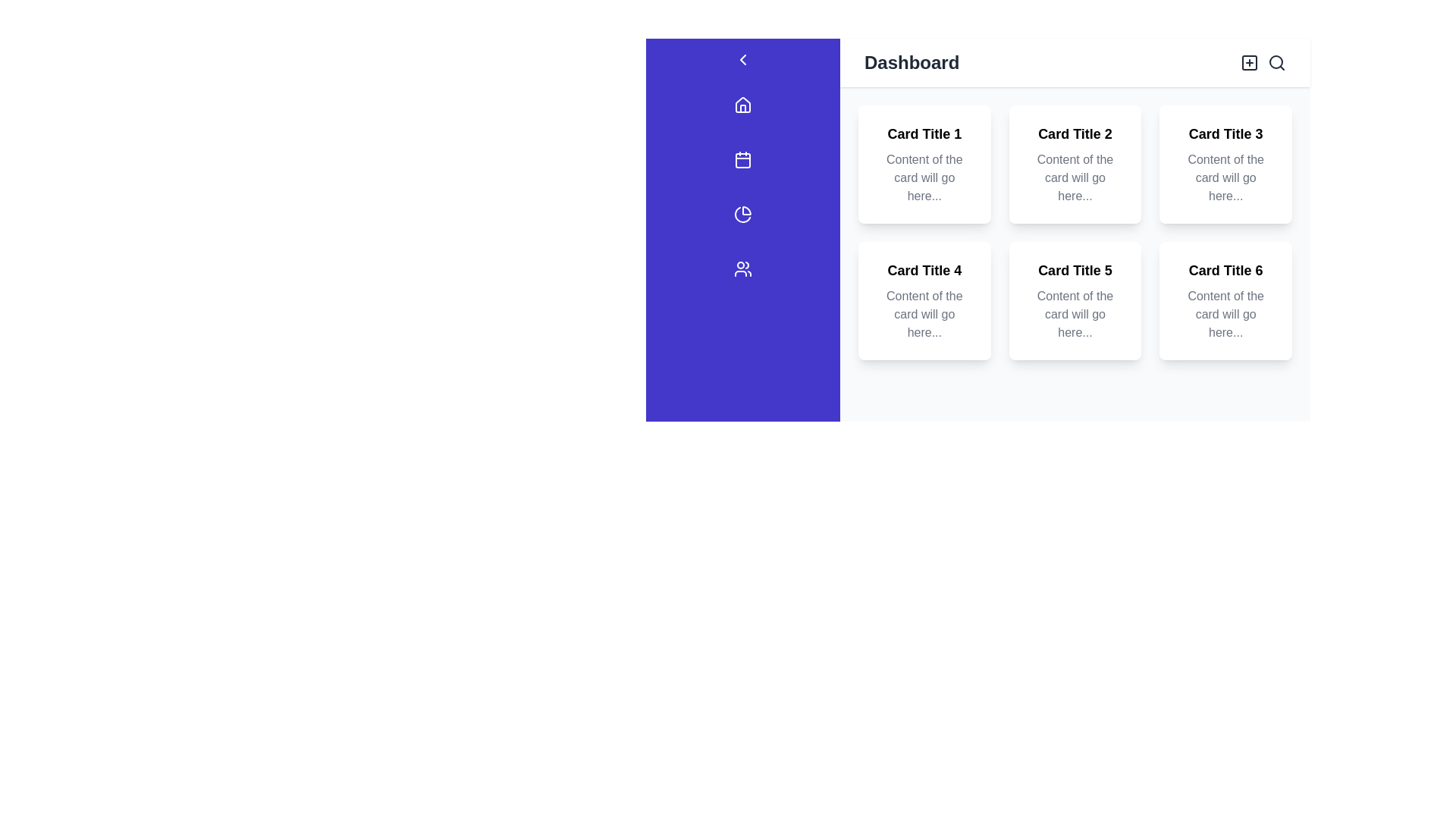 Image resolution: width=1456 pixels, height=819 pixels. What do you see at coordinates (924, 314) in the screenshot?
I see `descriptive text block located within the fourth card, positioned below the 'Card Title 4' heading` at bounding box center [924, 314].